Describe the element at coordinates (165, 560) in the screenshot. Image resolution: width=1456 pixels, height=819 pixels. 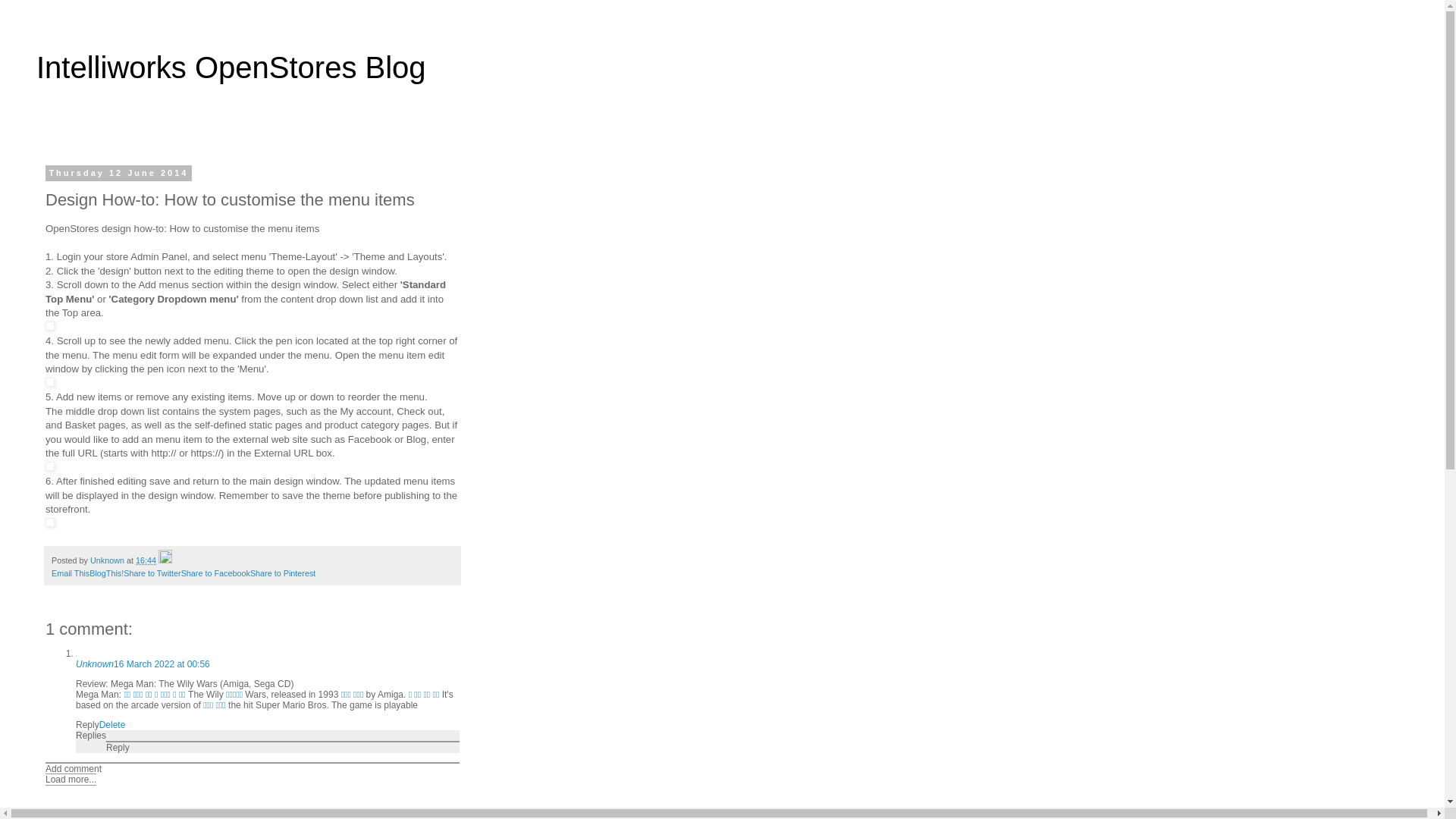
I see `'Edit Post'` at that location.